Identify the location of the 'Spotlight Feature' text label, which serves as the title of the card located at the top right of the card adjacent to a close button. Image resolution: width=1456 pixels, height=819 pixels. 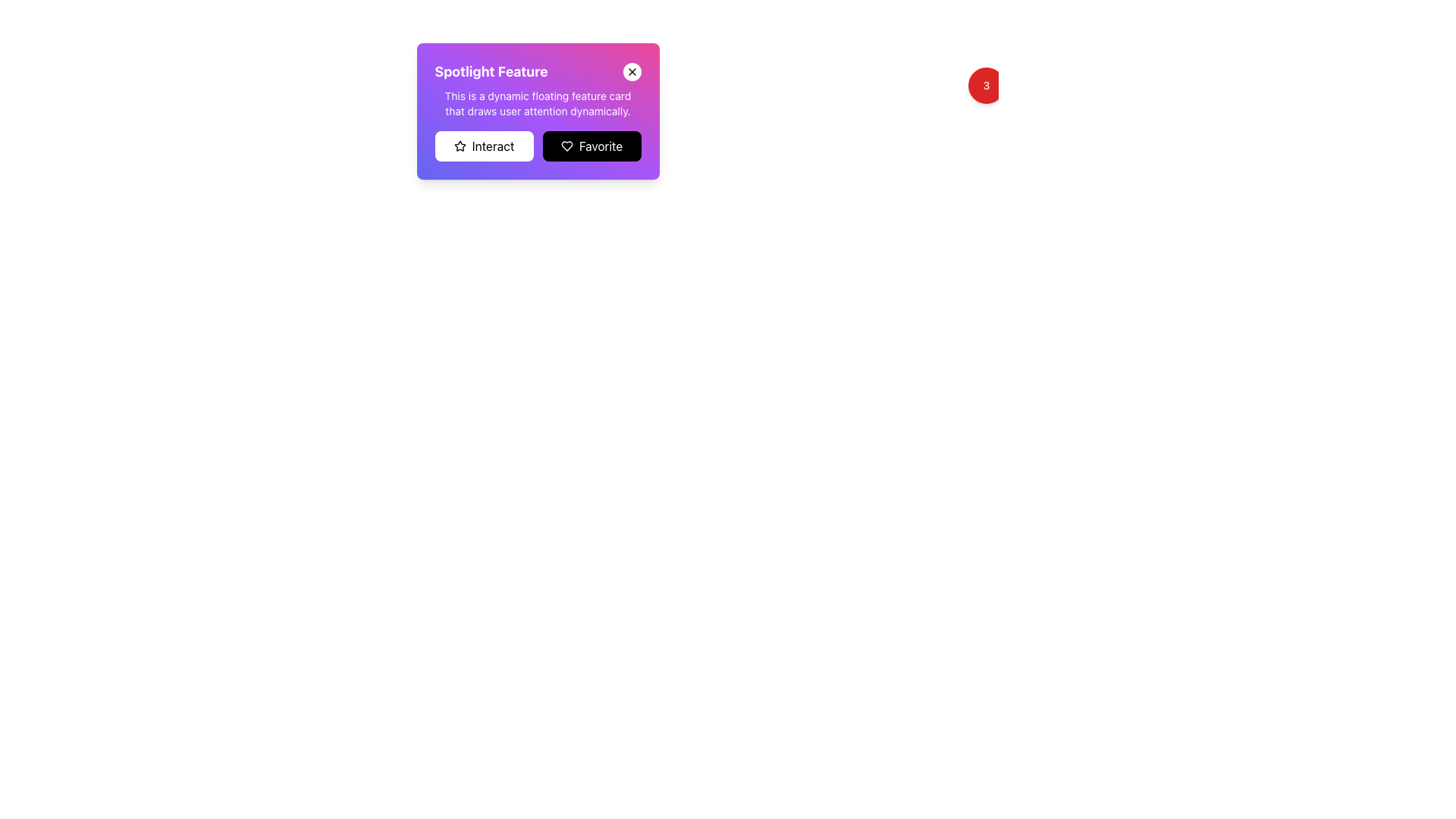
(538, 72).